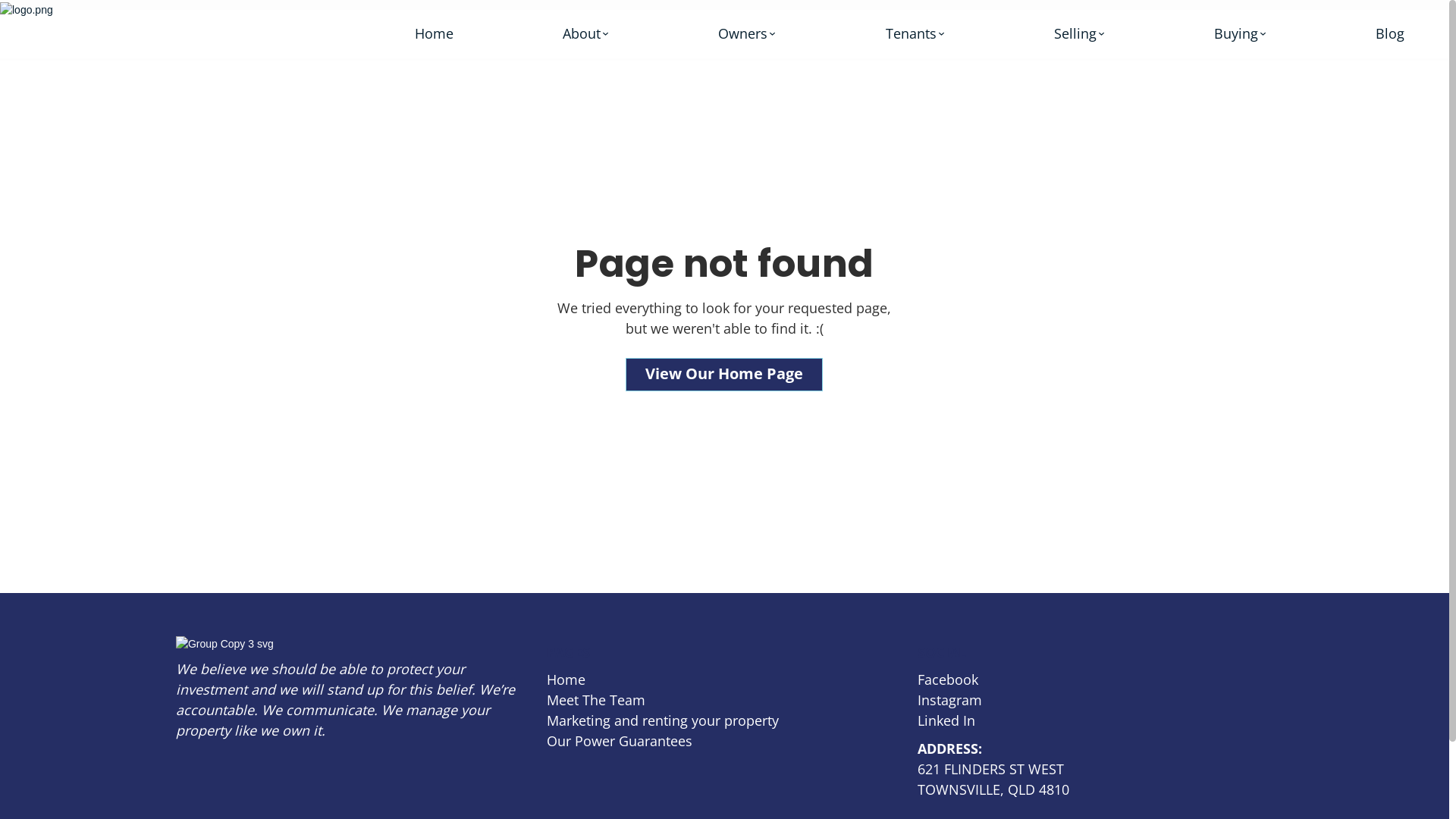 This screenshot has width=1456, height=819. I want to click on 'Buying', so click(1240, 33).